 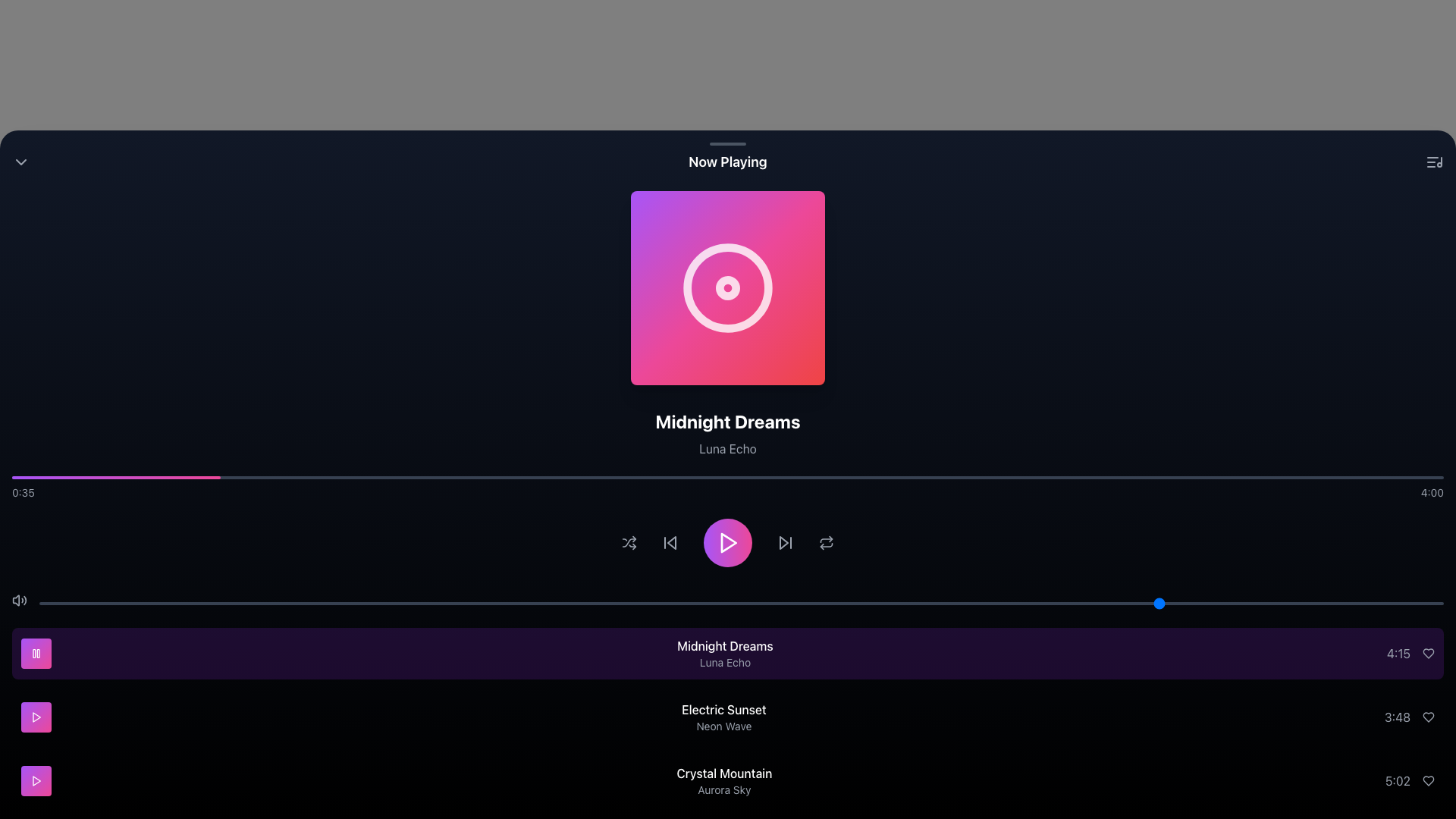 I want to click on the text label that provides supplementary information about the title 'Crystal Mountain', located centrally below the title in the bottom row of the visible list, so click(x=723, y=789).